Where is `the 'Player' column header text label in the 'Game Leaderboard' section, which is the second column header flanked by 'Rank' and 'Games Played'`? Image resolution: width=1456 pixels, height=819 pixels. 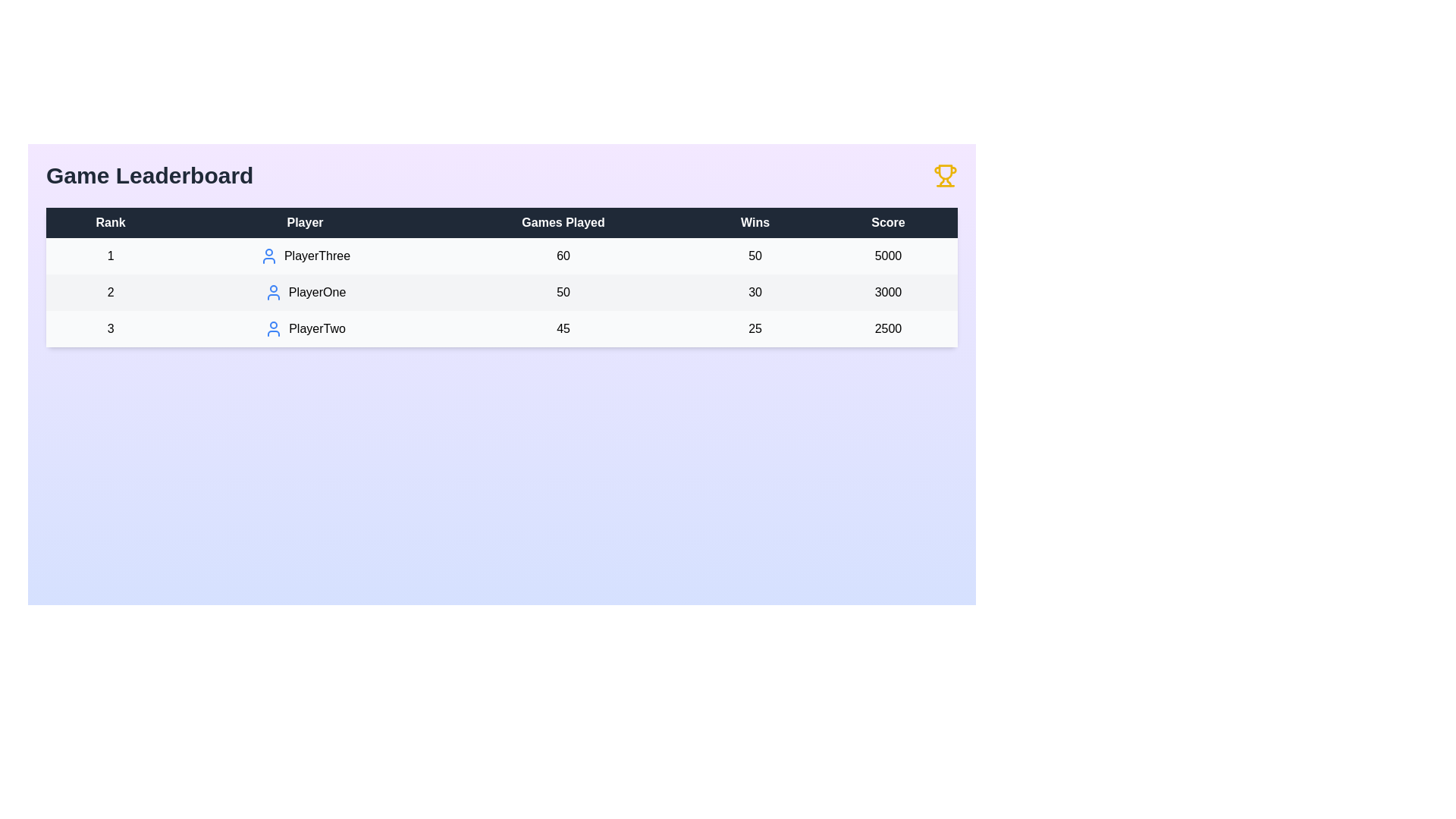 the 'Player' column header text label in the 'Game Leaderboard' section, which is the second column header flanked by 'Rank' and 'Games Played' is located at coordinates (304, 222).